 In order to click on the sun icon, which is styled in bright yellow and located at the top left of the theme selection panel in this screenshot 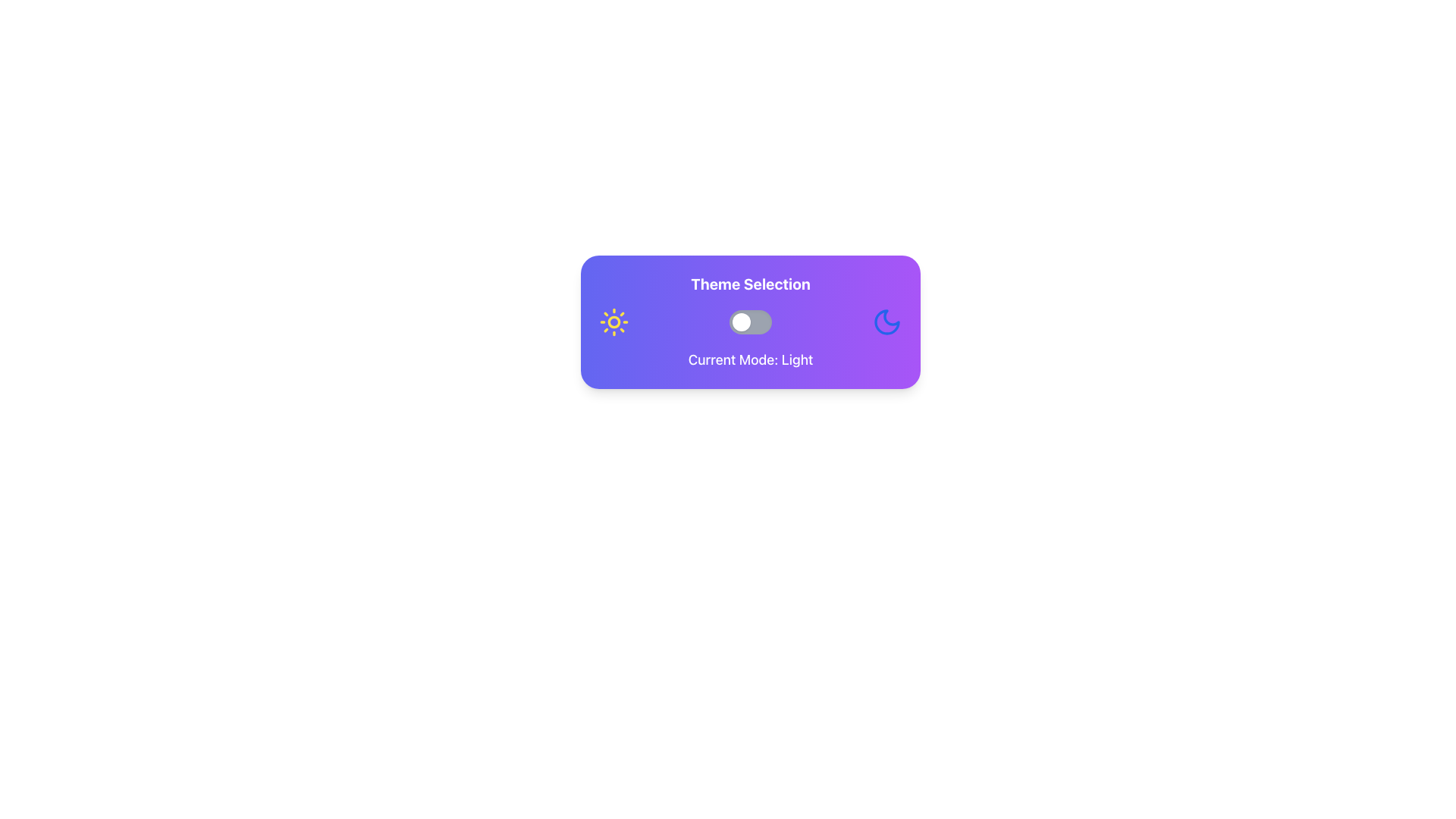, I will do `click(614, 321)`.